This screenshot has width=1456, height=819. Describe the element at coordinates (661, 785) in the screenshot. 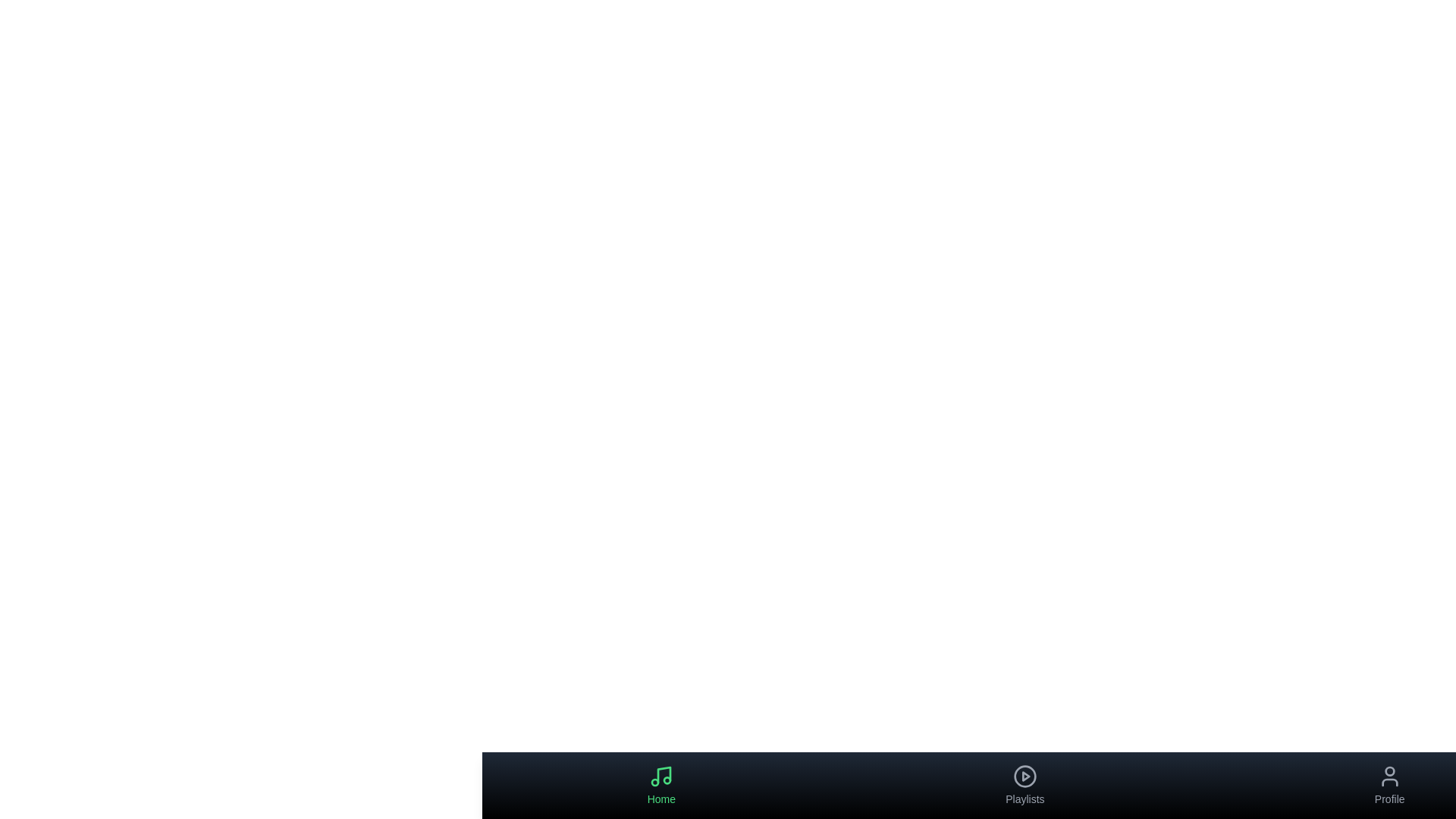

I see `the tab labeled Home to observe the hover effect` at that location.